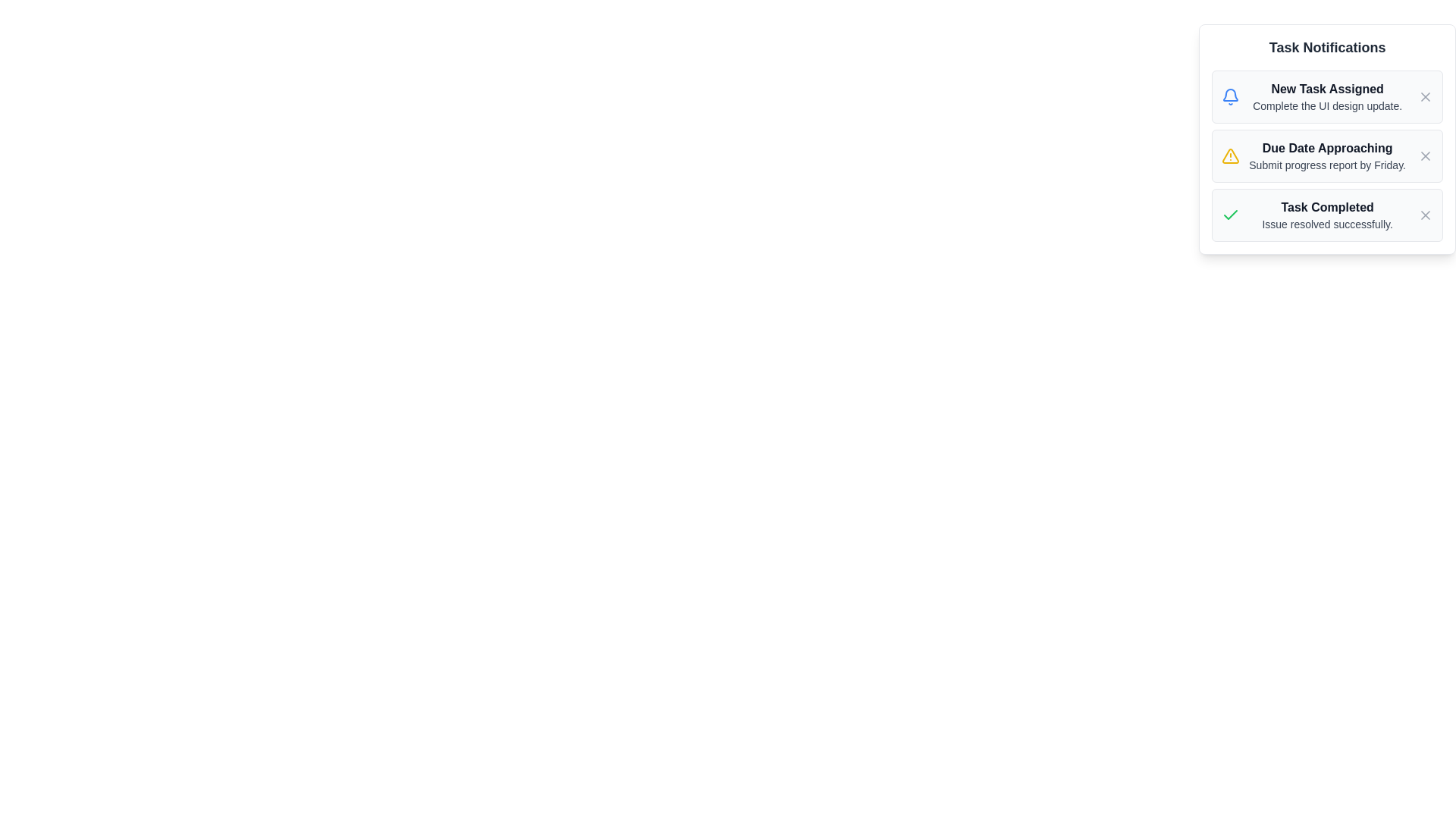 The height and width of the screenshot is (819, 1456). What do you see at coordinates (1231, 215) in the screenshot?
I see `the checkmark icon with a green outline and transparent fill located within the 'Task Completed' notification block` at bounding box center [1231, 215].